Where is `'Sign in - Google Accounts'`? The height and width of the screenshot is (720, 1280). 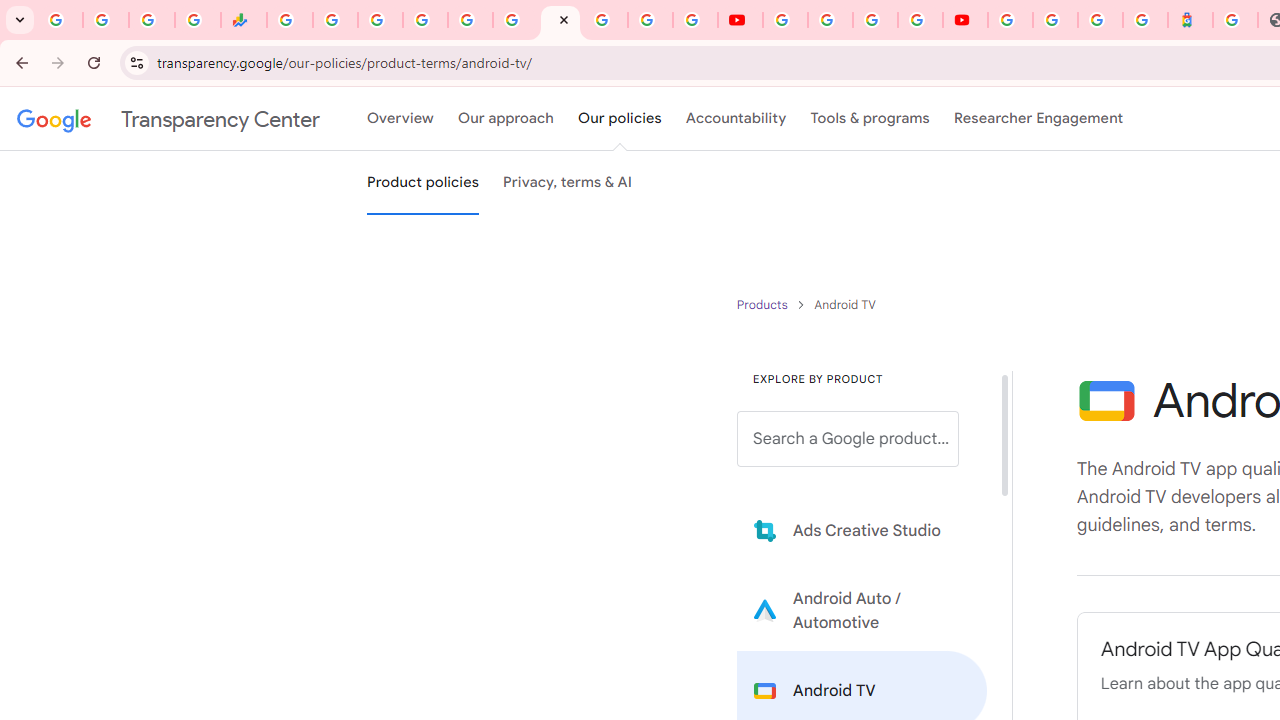
'Sign in - Google Accounts' is located at coordinates (1054, 20).